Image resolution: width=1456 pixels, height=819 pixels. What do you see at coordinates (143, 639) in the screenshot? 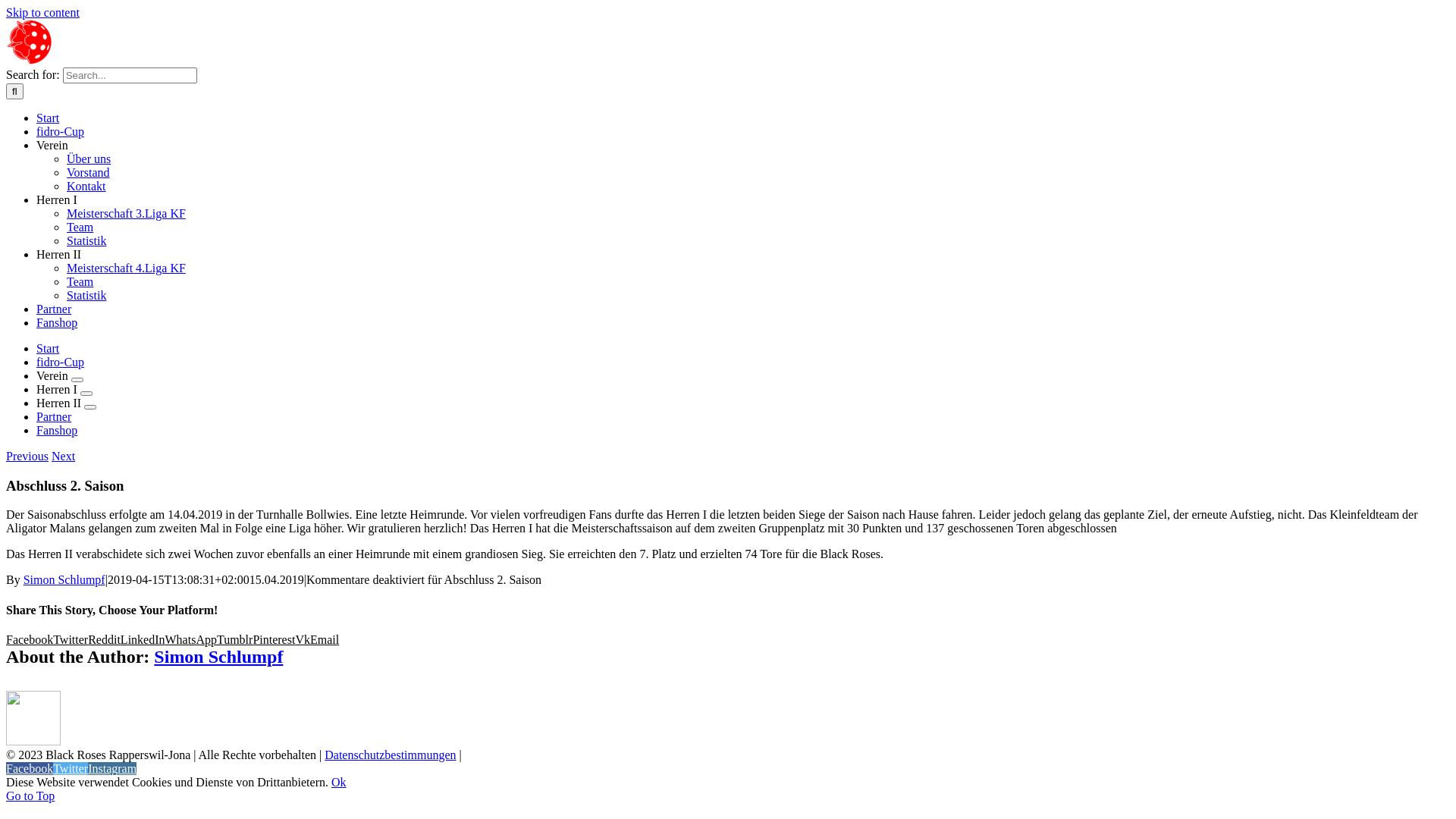
I see `'LinkedIn'` at bounding box center [143, 639].